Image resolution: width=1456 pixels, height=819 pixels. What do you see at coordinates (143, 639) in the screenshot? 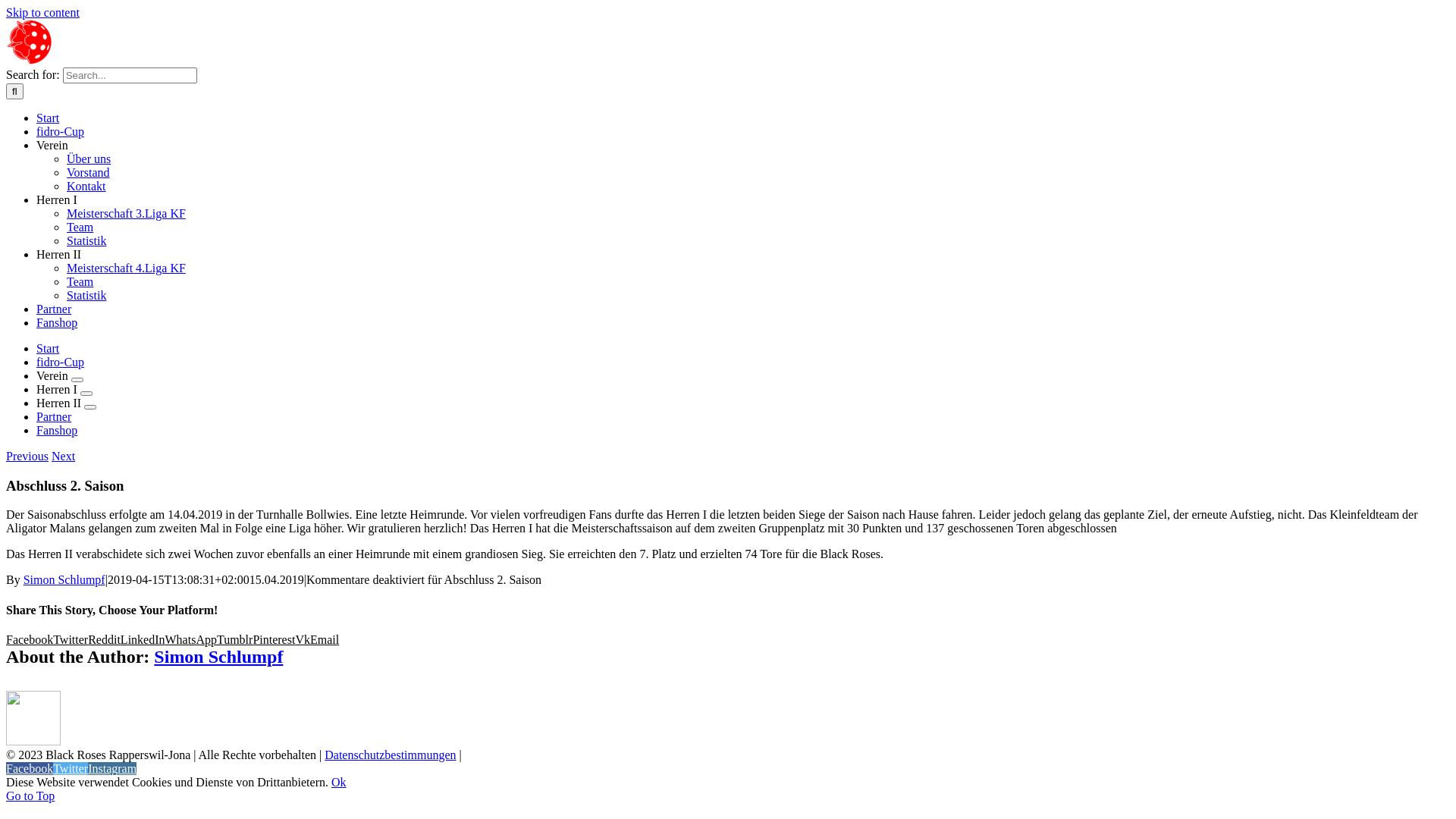
I see `'LinkedIn'` at bounding box center [143, 639].